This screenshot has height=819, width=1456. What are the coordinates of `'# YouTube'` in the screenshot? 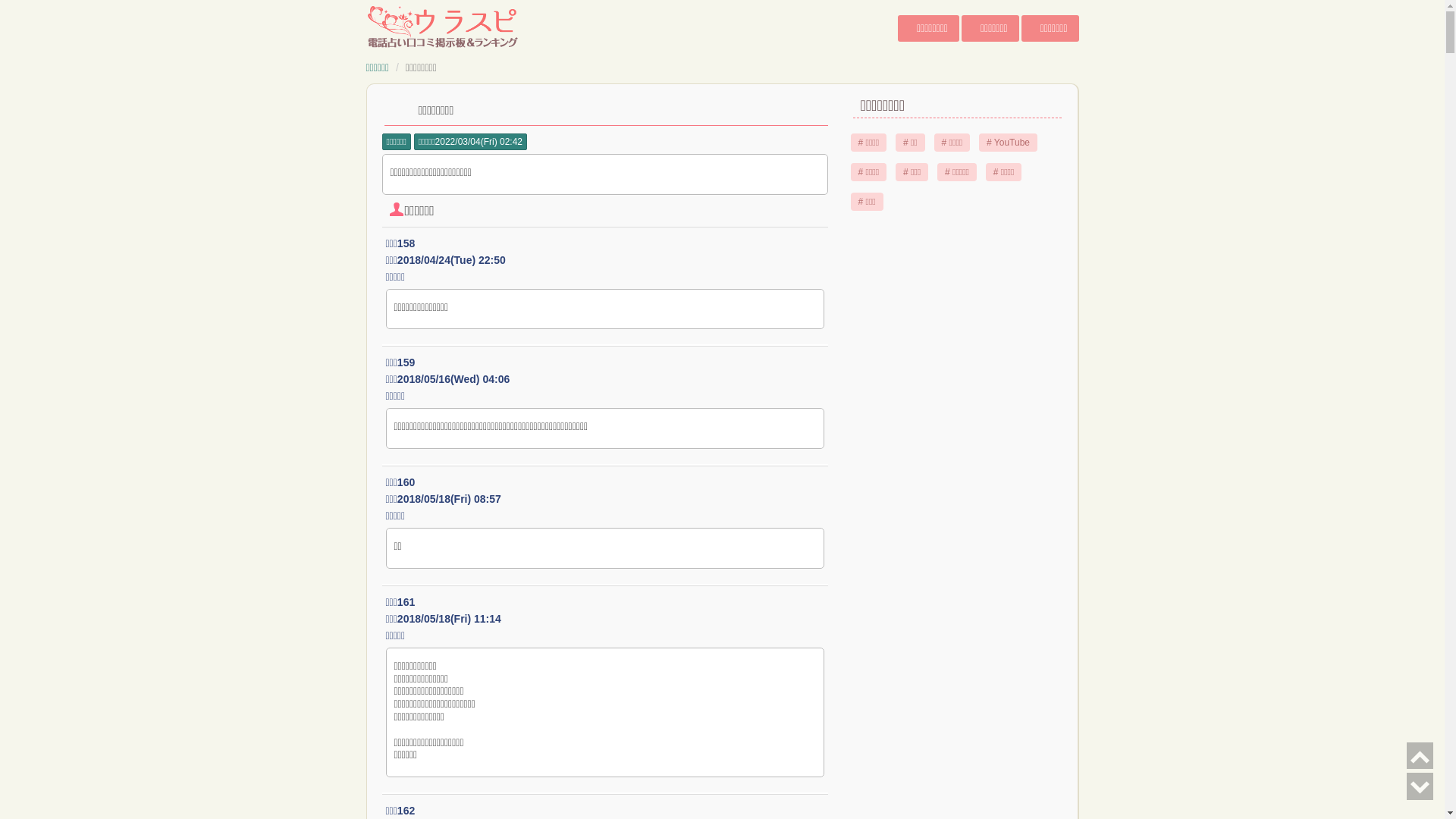 It's located at (1008, 143).